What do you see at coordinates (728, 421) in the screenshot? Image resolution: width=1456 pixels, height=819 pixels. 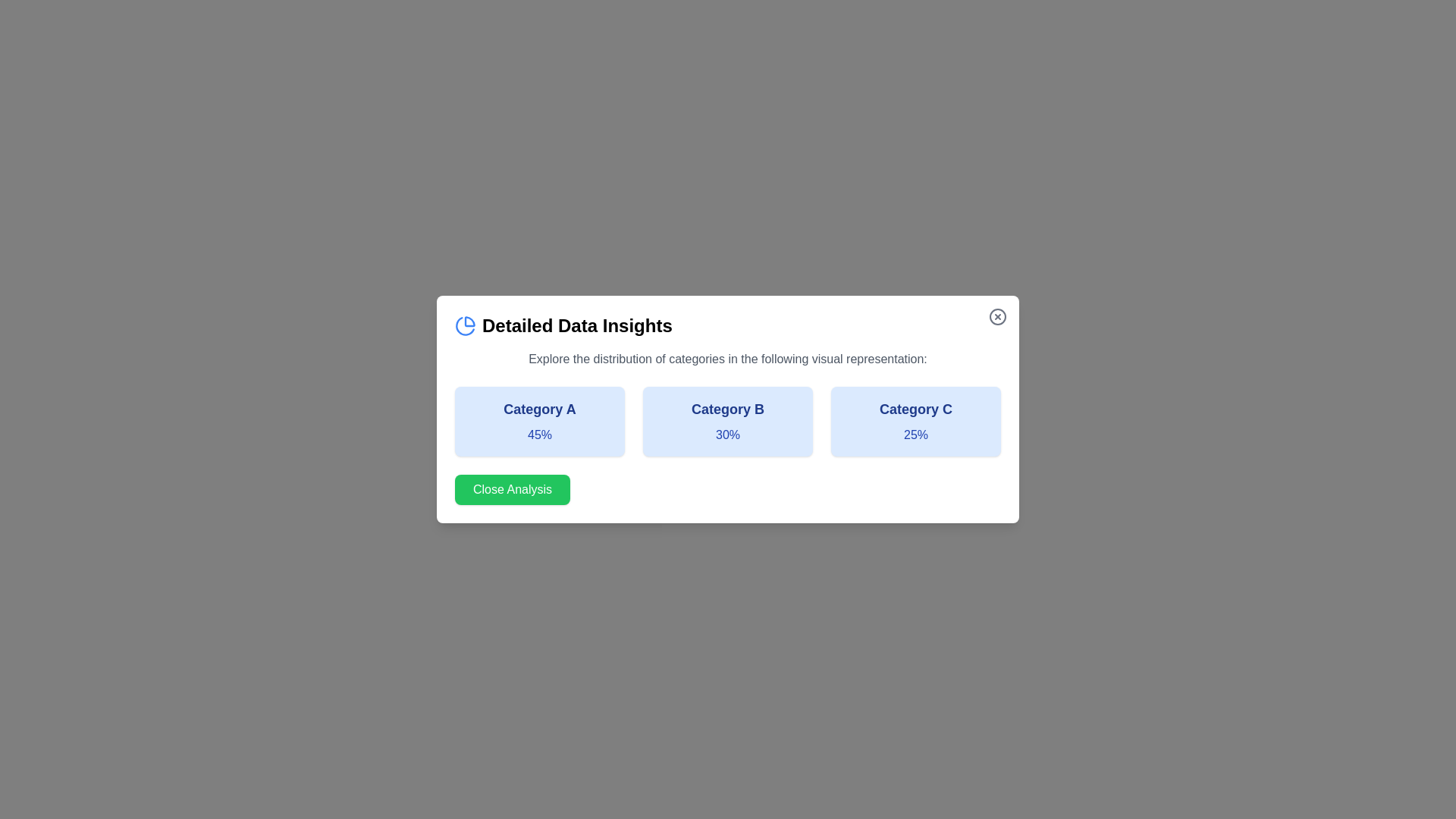 I see `to select or interact with the Data display card for 'Category B', which shows a percentage value in the center column of the grid layout` at bounding box center [728, 421].